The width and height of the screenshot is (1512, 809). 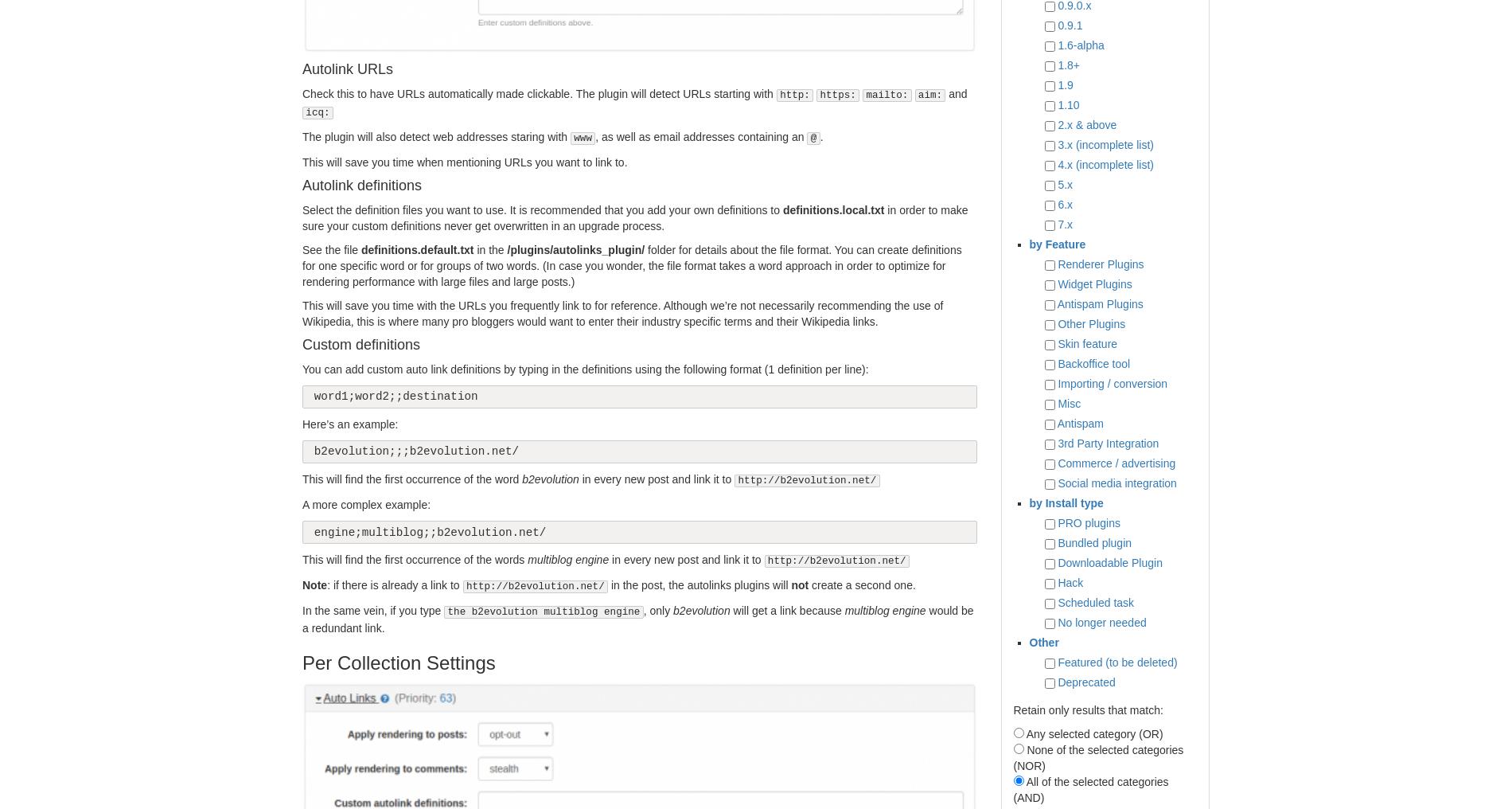 What do you see at coordinates (637, 618) in the screenshot?
I see `'would be a redundant link.'` at bounding box center [637, 618].